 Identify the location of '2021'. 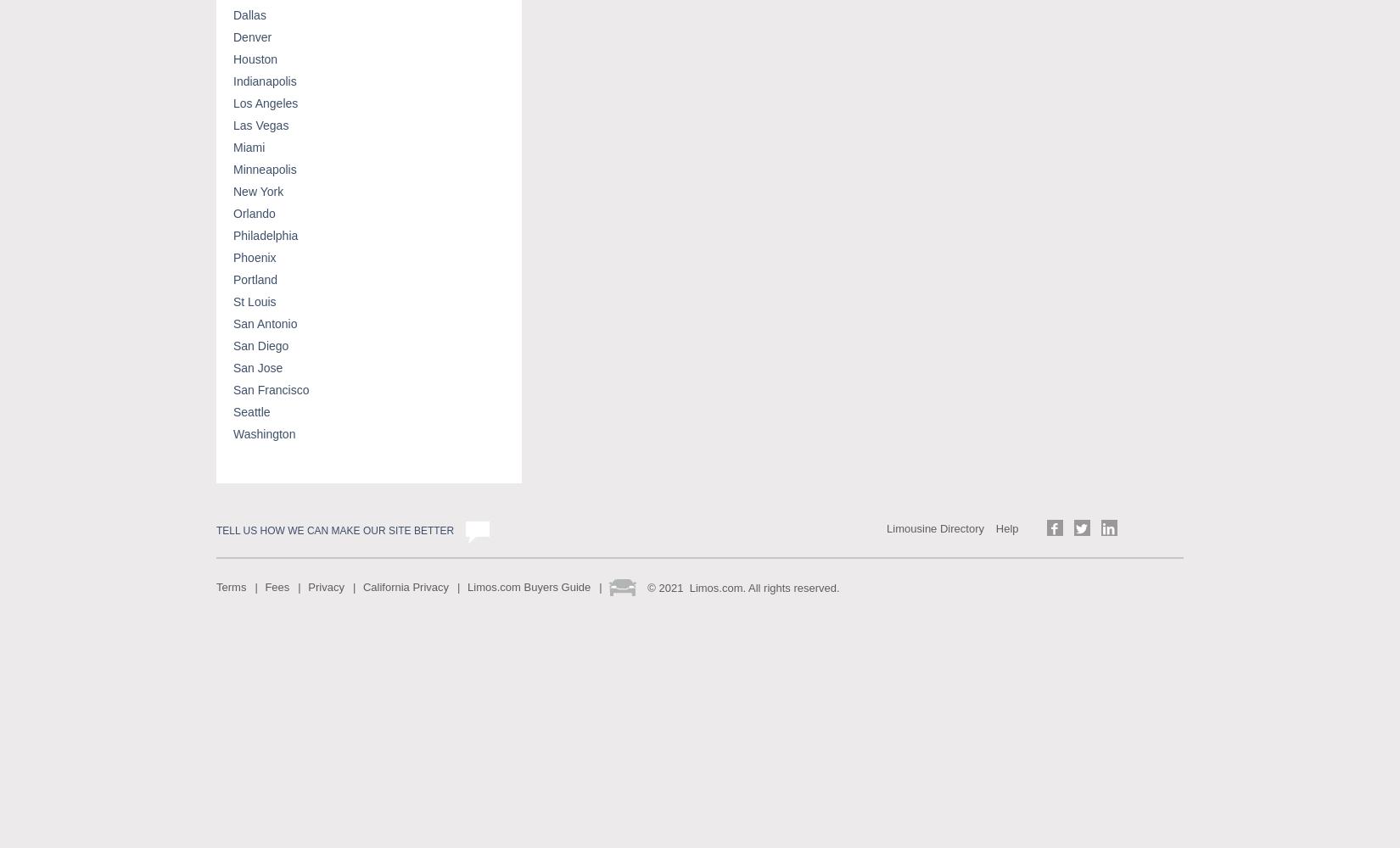
(669, 586).